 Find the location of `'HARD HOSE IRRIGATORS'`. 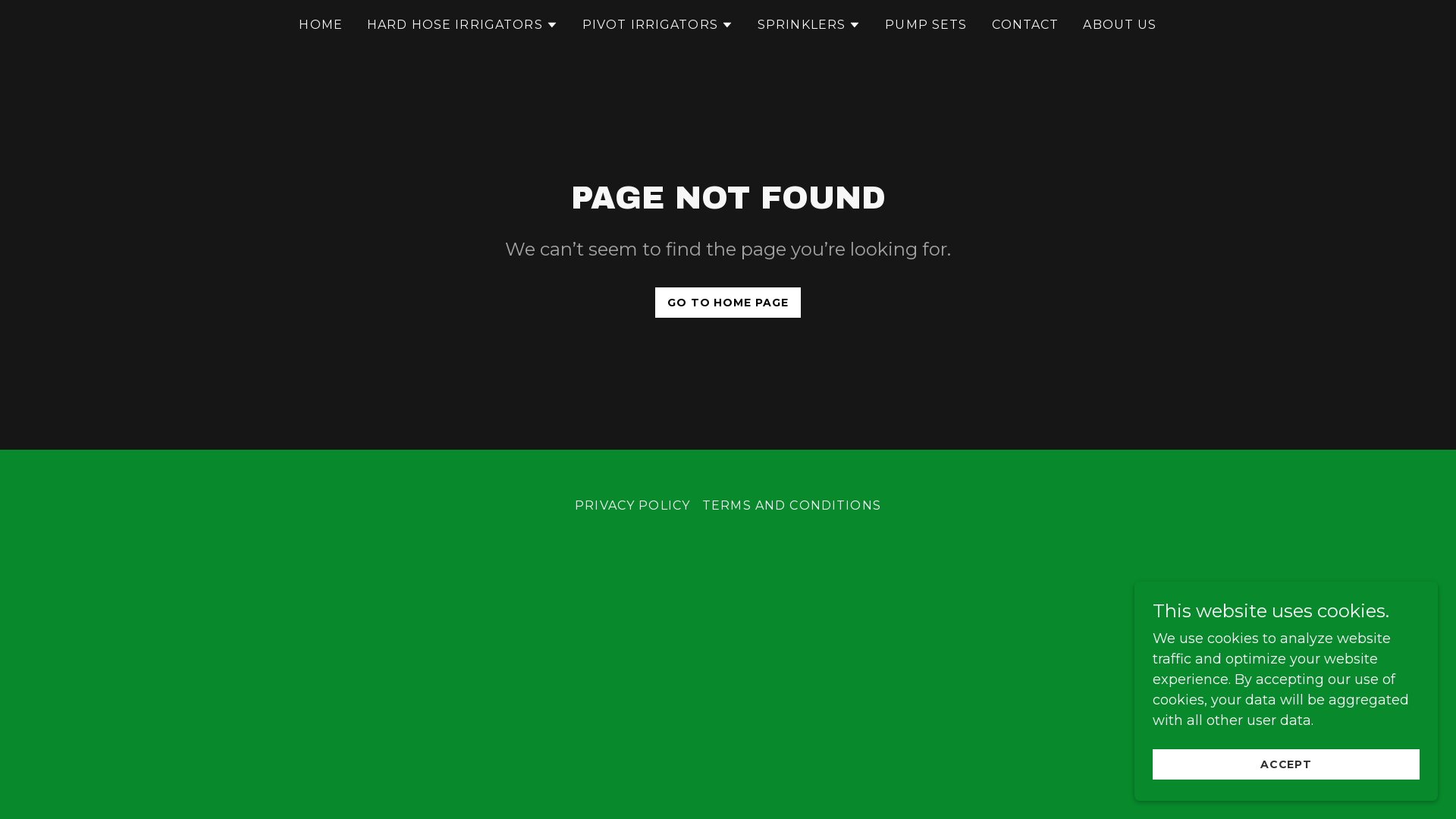

'HARD HOSE IRRIGATORS' is located at coordinates (461, 25).